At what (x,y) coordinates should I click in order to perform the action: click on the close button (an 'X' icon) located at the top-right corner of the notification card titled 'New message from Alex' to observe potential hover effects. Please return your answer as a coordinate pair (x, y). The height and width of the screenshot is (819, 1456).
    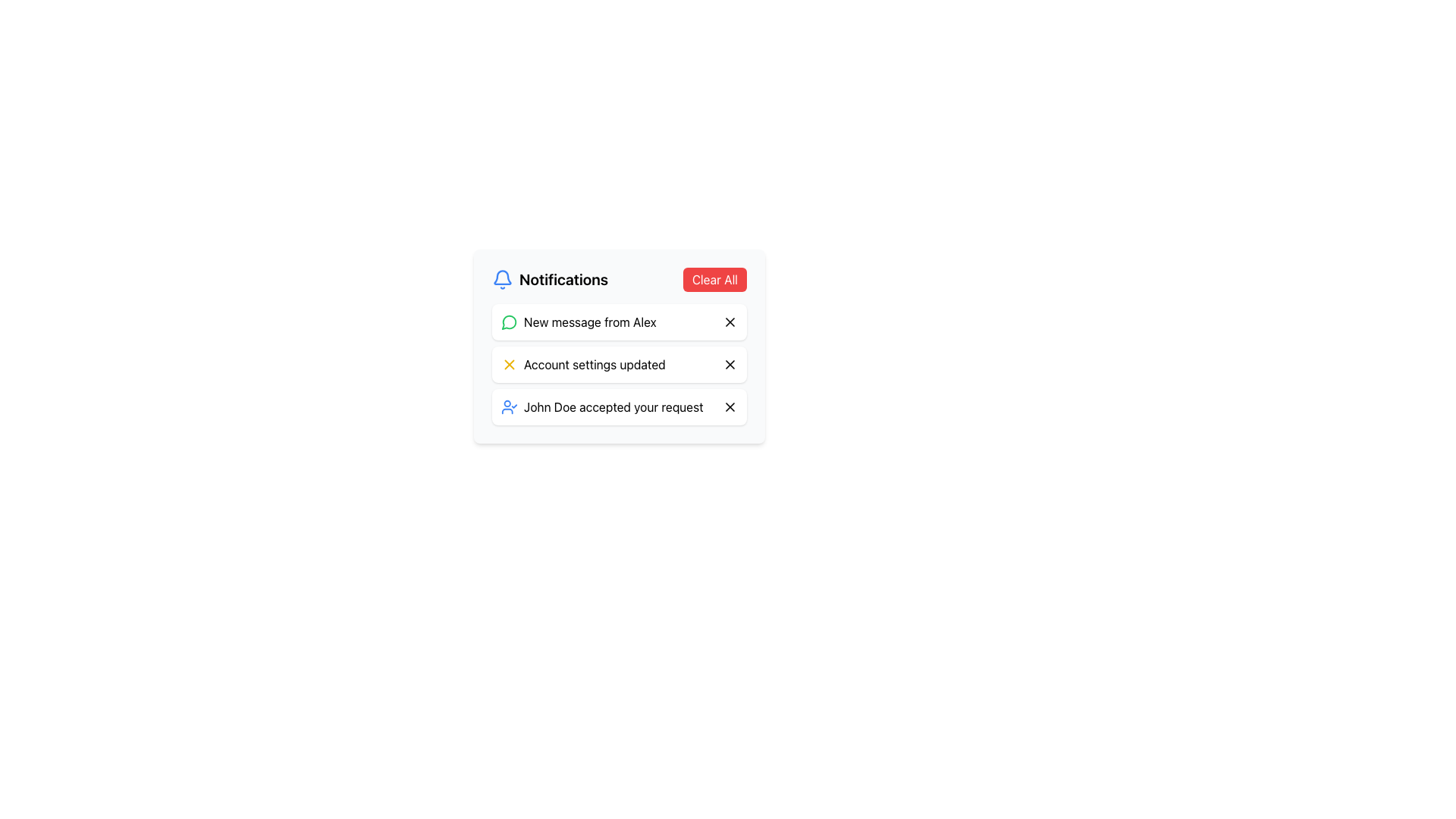
    Looking at the image, I should click on (730, 321).